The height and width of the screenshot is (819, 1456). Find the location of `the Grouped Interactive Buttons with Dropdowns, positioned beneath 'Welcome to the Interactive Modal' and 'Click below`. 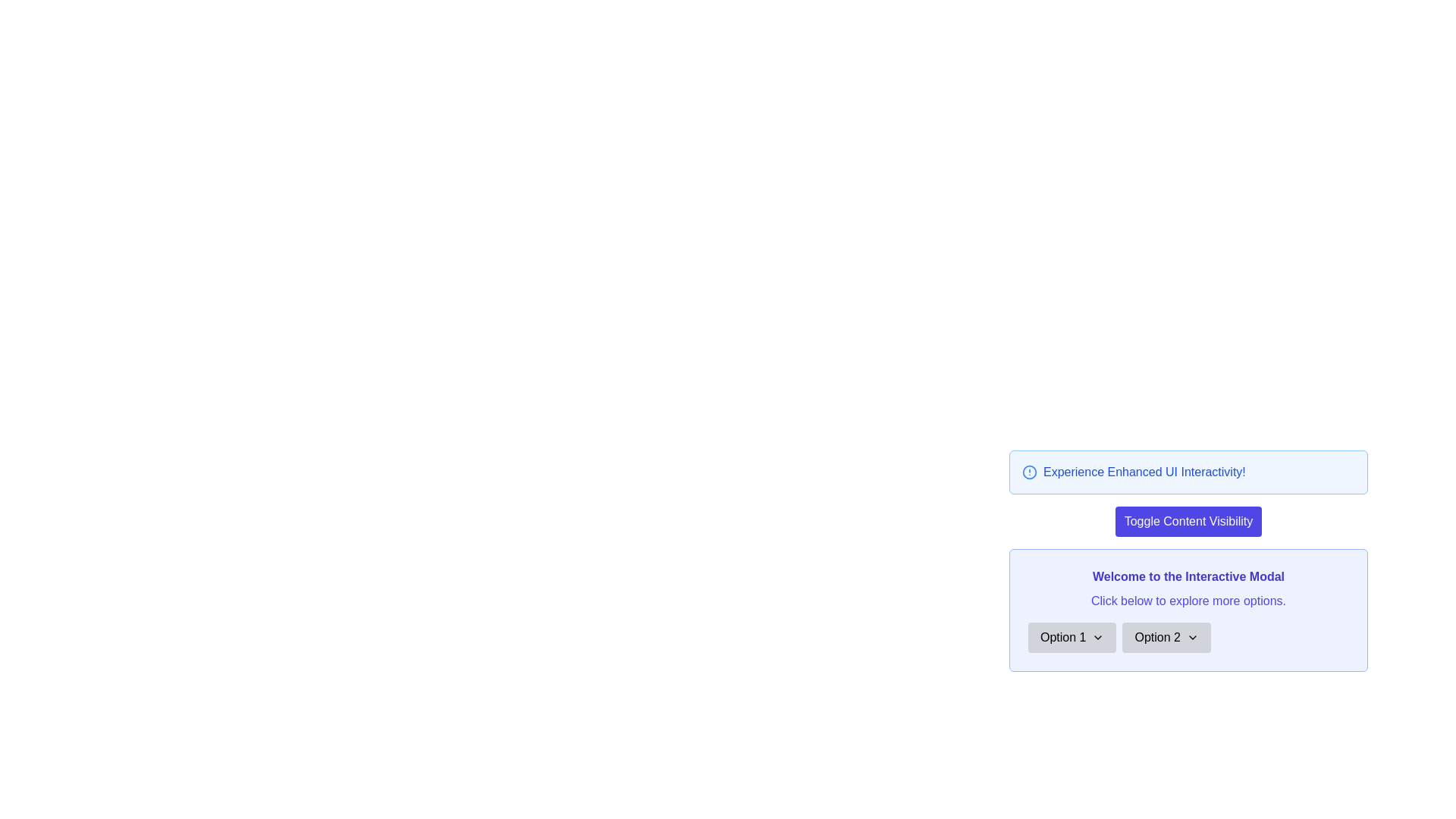

the Grouped Interactive Buttons with Dropdowns, positioned beneath 'Welcome to the Interactive Modal' and 'Click below is located at coordinates (1188, 632).